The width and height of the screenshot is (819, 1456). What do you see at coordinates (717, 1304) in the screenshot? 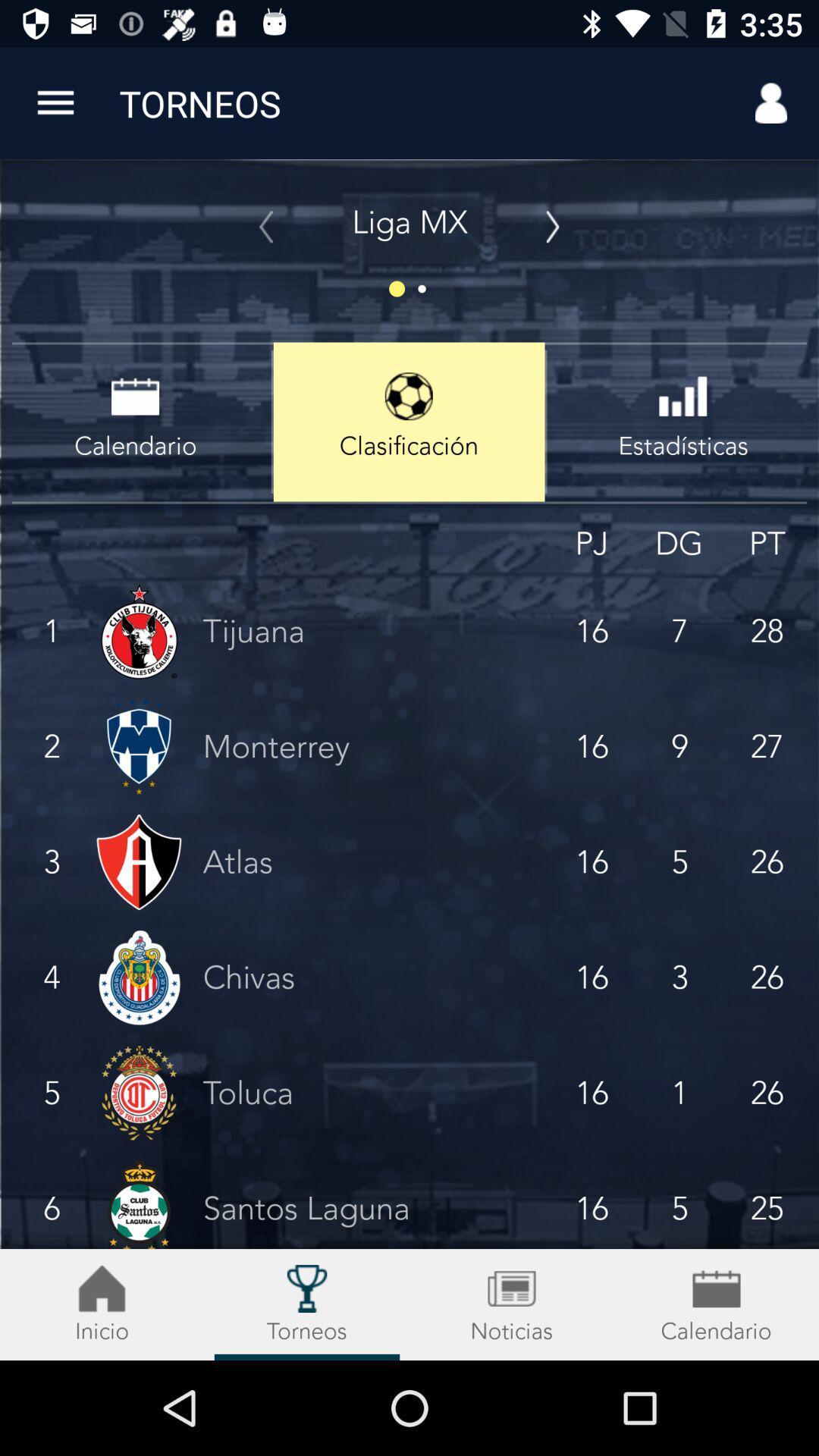
I see `the date_range icon` at bounding box center [717, 1304].